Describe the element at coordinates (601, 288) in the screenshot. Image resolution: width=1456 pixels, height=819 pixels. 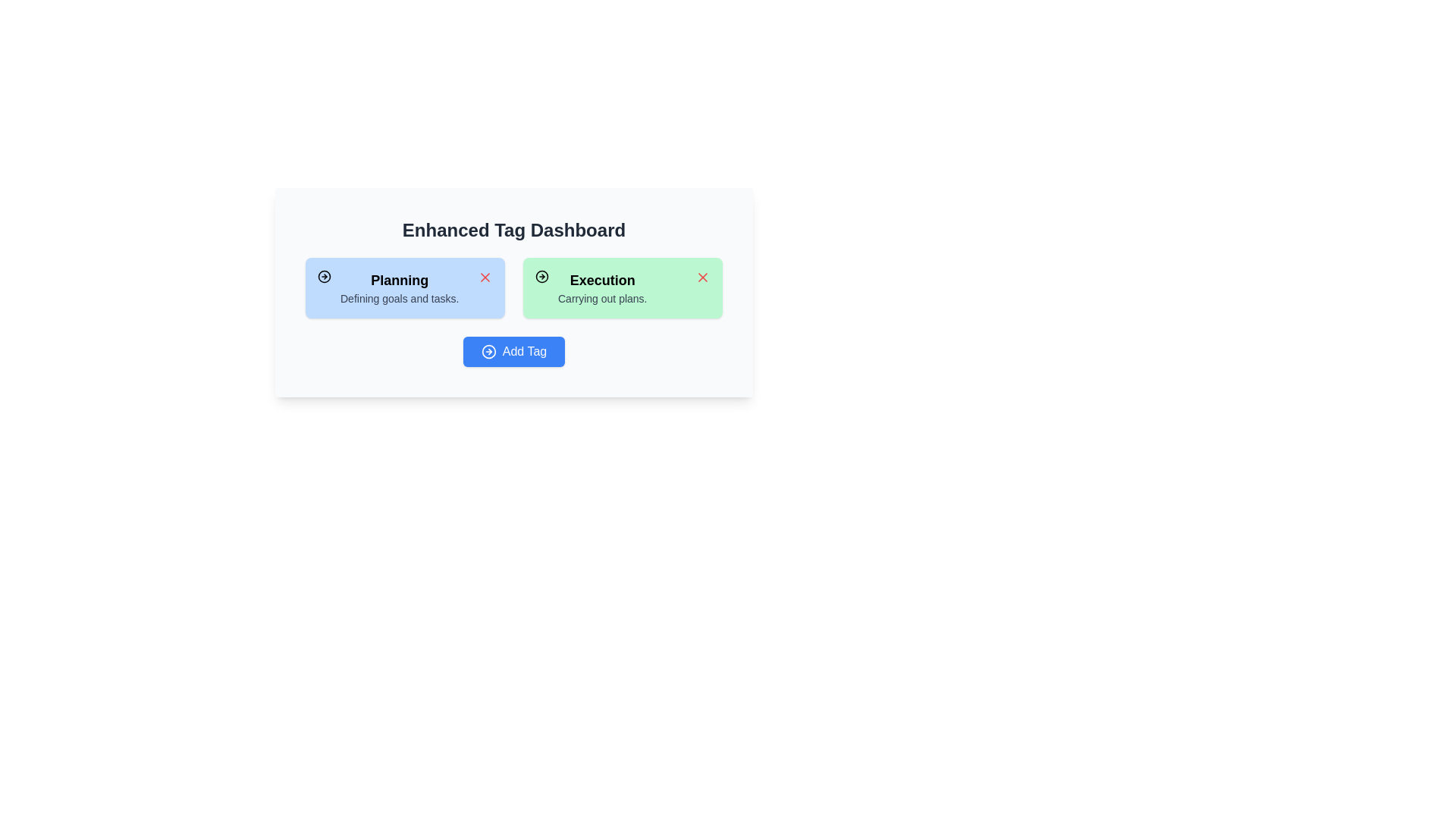
I see `the 'Execution' tag, which is the second tag in a row, aligned to the right of the 'Planning' tag` at that location.